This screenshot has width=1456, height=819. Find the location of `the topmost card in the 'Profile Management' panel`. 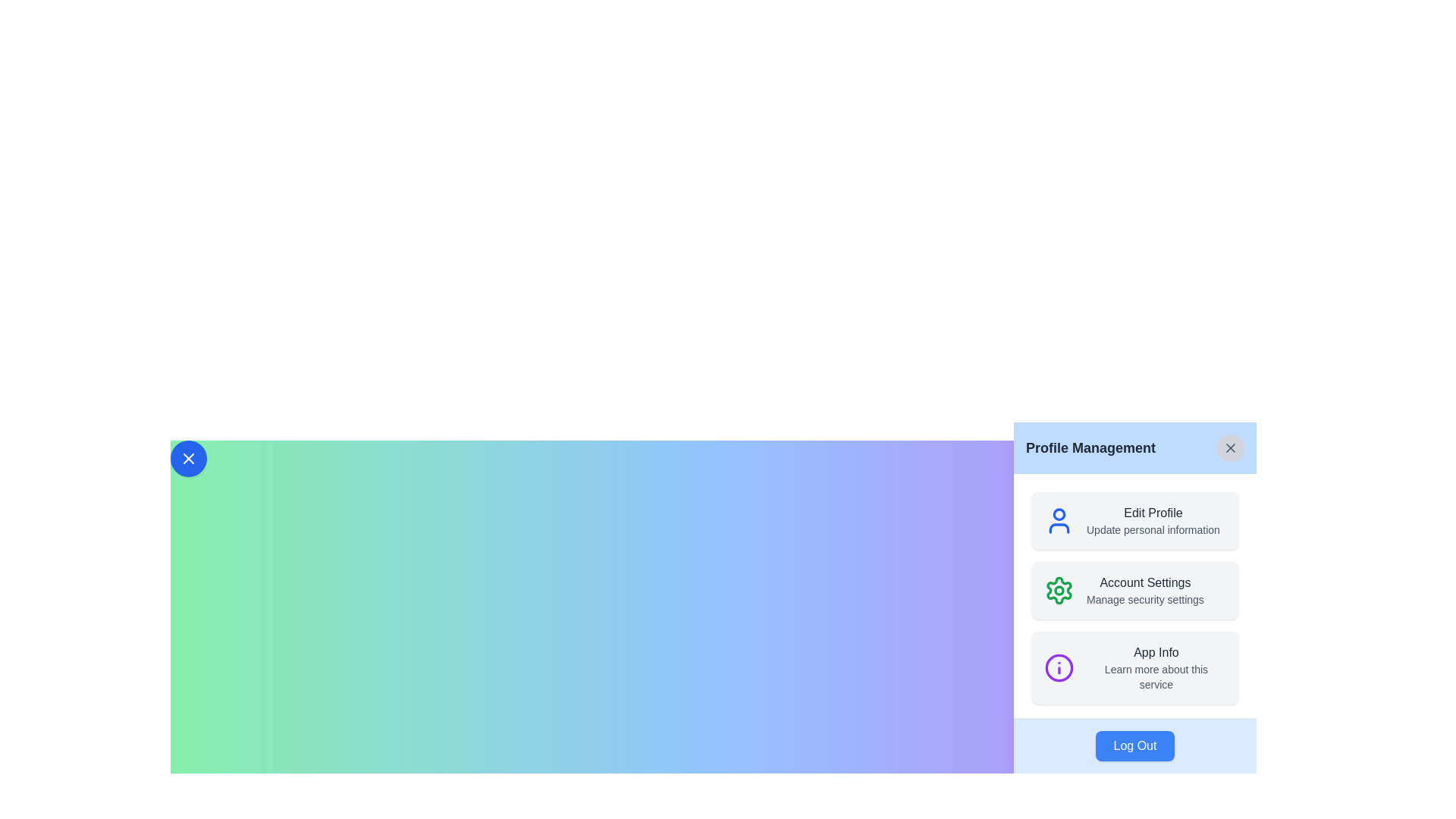

the topmost card in the 'Profile Management' panel is located at coordinates (1135, 519).